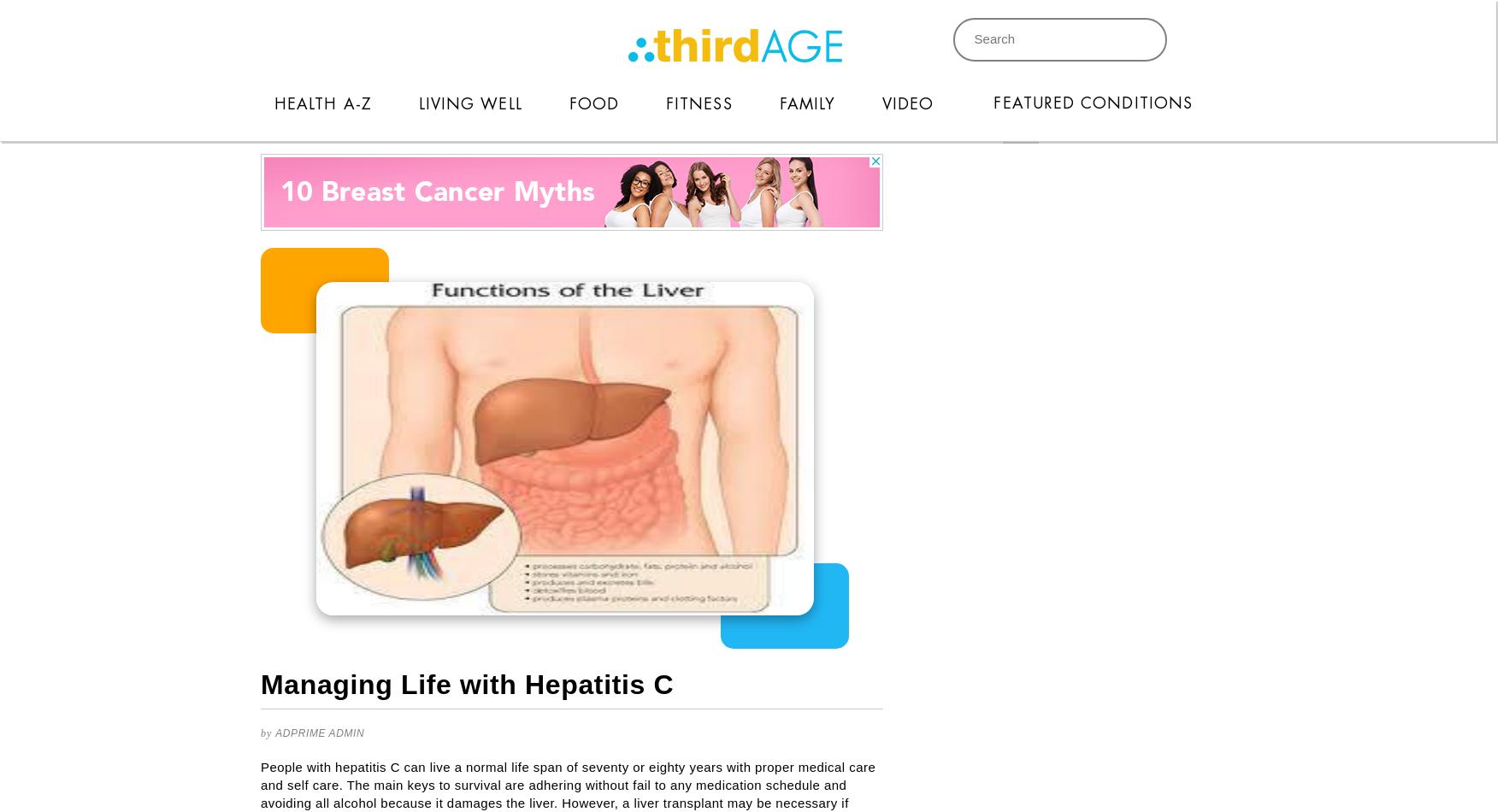 The width and height of the screenshot is (1509, 812). What do you see at coordinates (469, 103) in the screenshot?
I see `'Living Well'` at bounding box center [469, 103].